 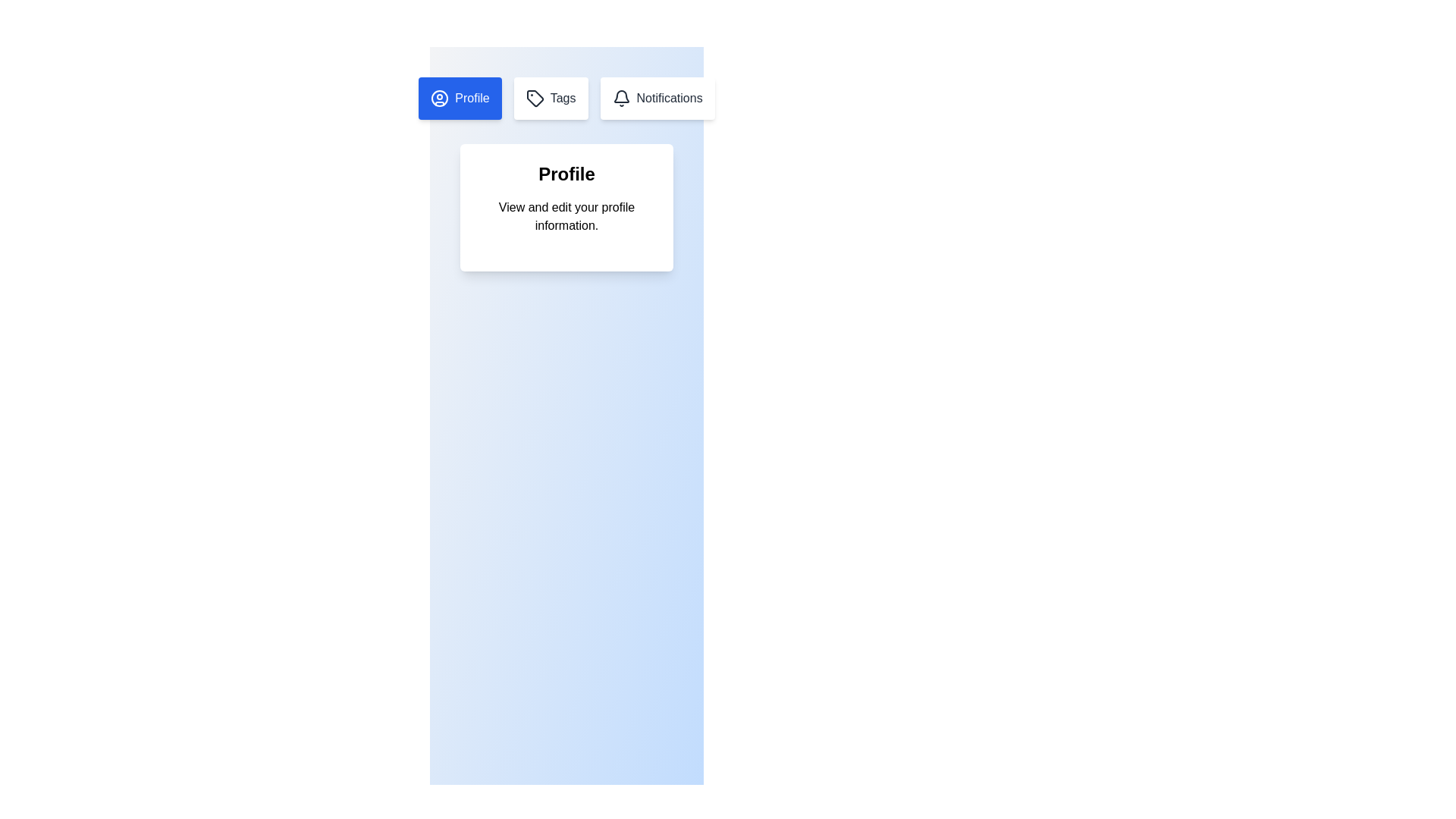 What do you see at coordinates (549, 99) in the screenshot?
I see `the Tags tab` at bounding box center [549, 99].